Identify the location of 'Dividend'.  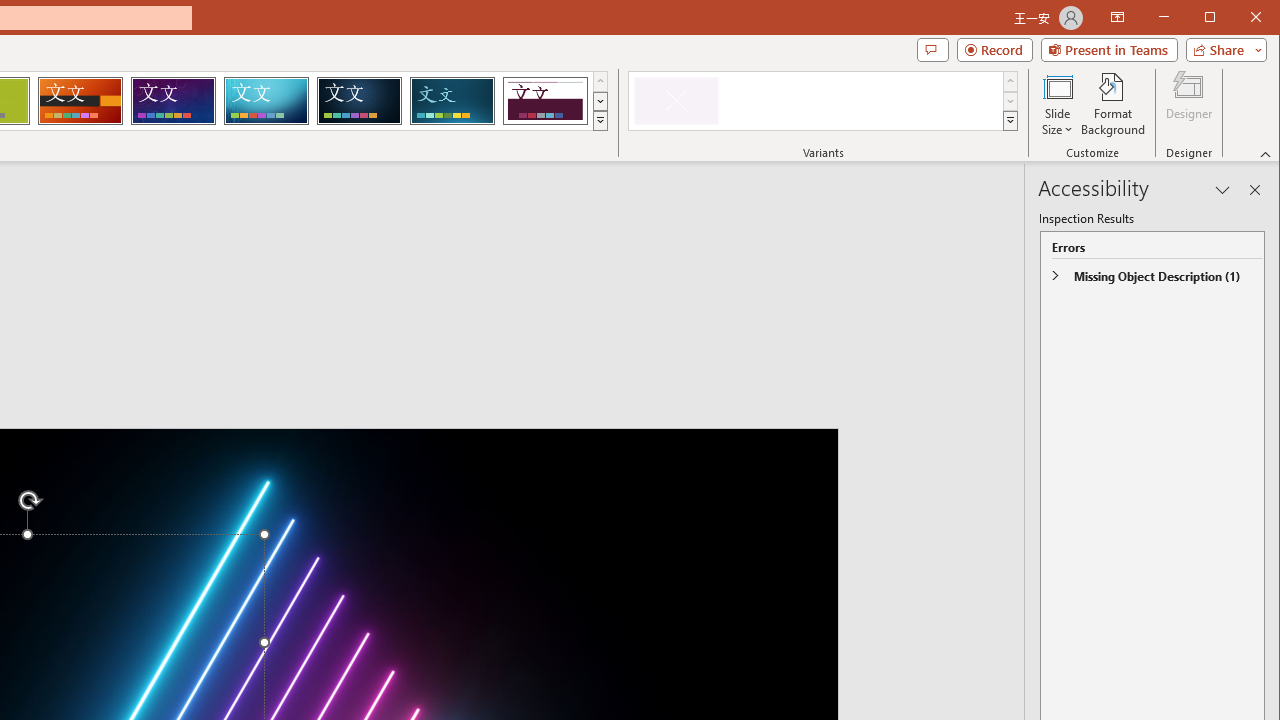
(545, 100).